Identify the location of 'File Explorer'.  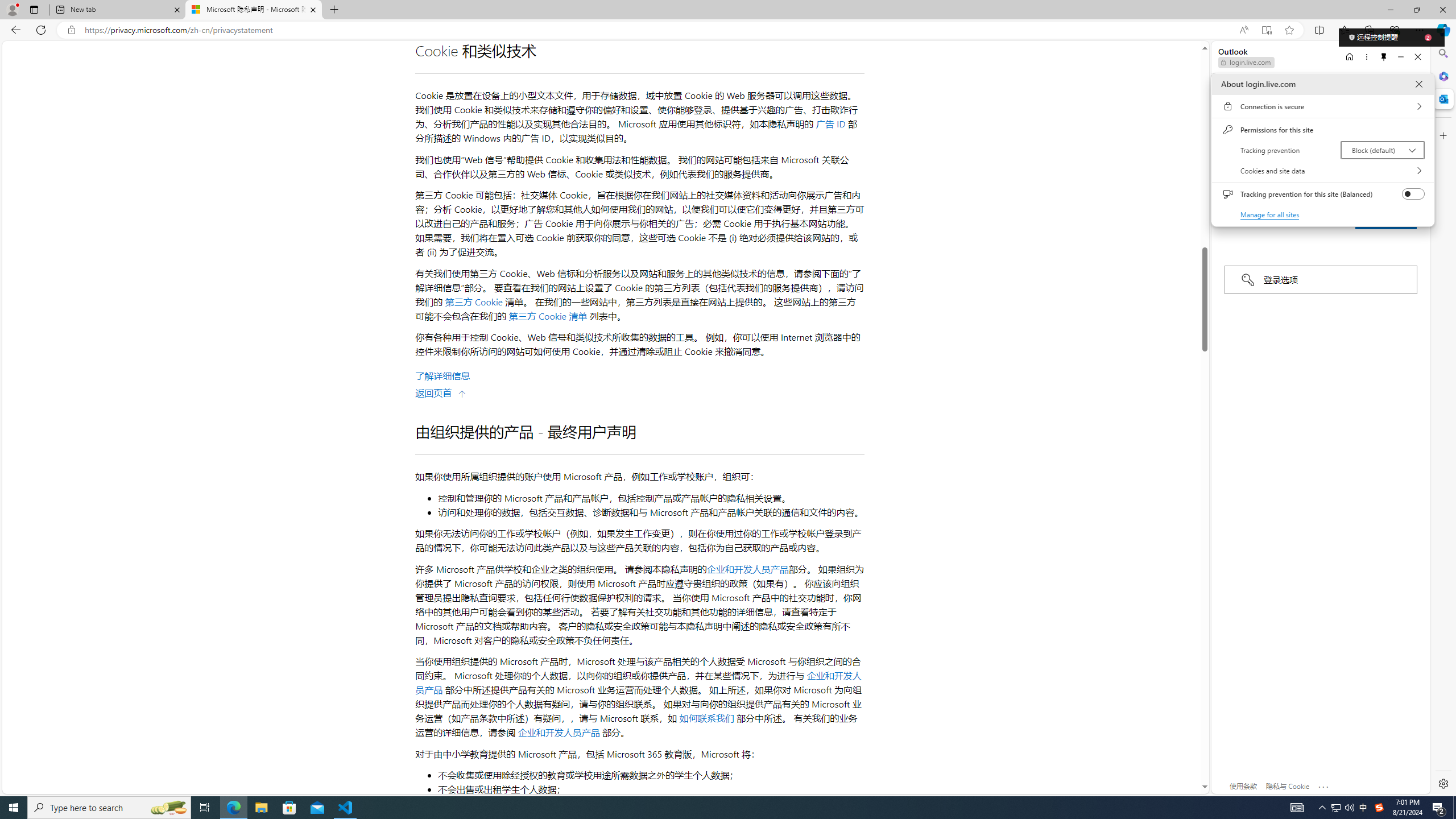
(260, 806).